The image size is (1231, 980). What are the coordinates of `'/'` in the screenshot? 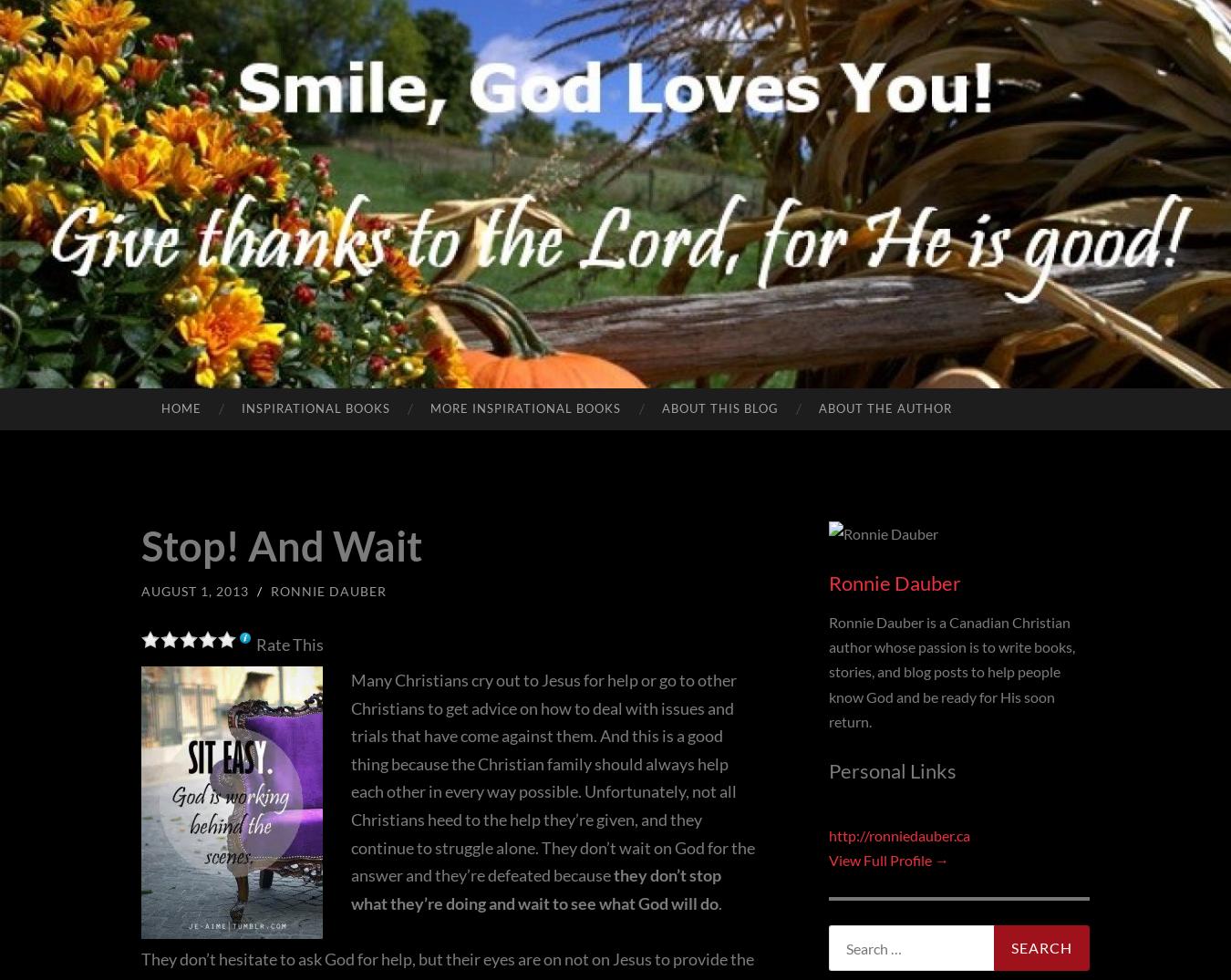 It's located at (258, 591).